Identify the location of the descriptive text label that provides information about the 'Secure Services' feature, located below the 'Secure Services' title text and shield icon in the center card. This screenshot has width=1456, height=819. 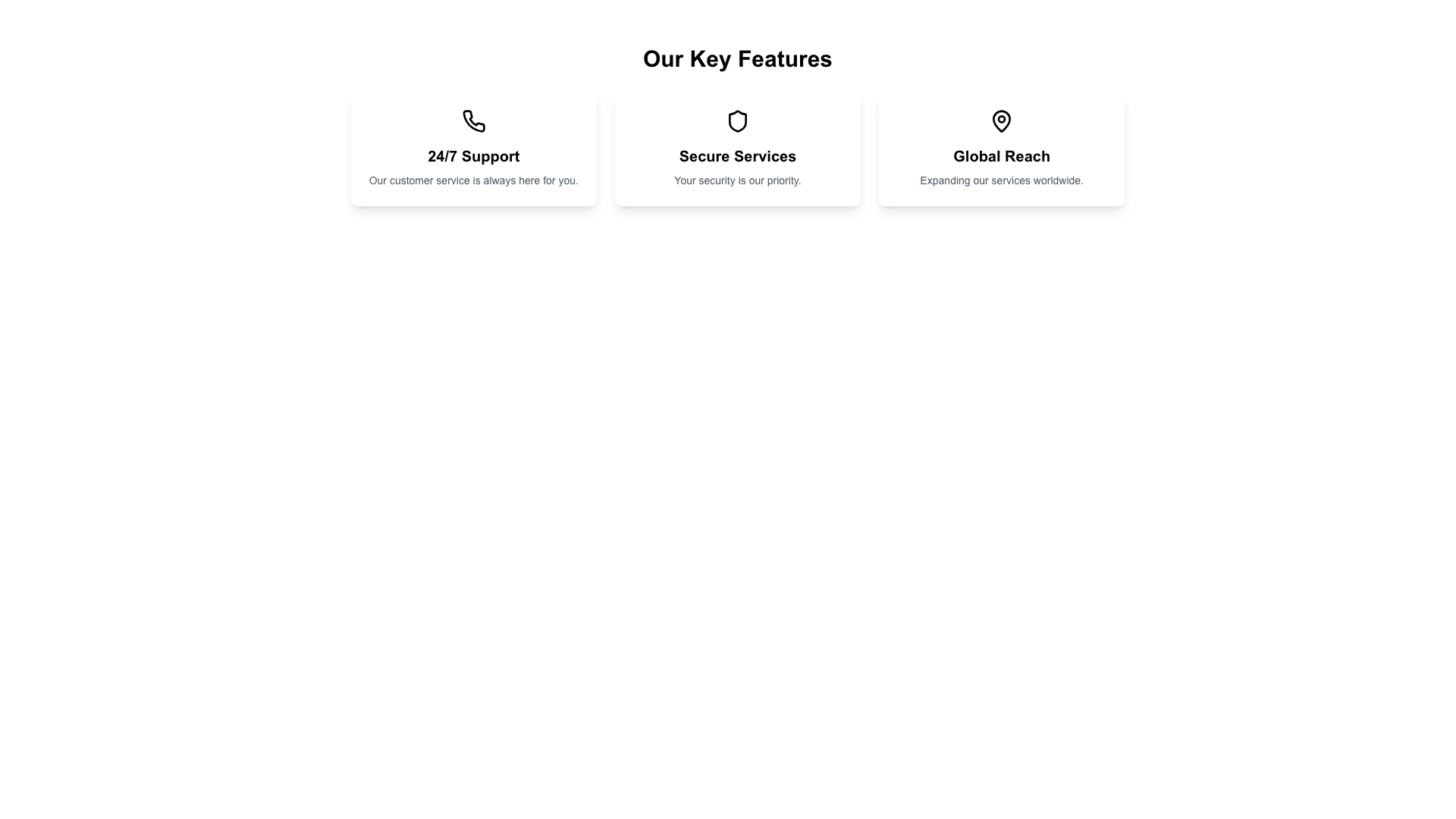
(738, 180).